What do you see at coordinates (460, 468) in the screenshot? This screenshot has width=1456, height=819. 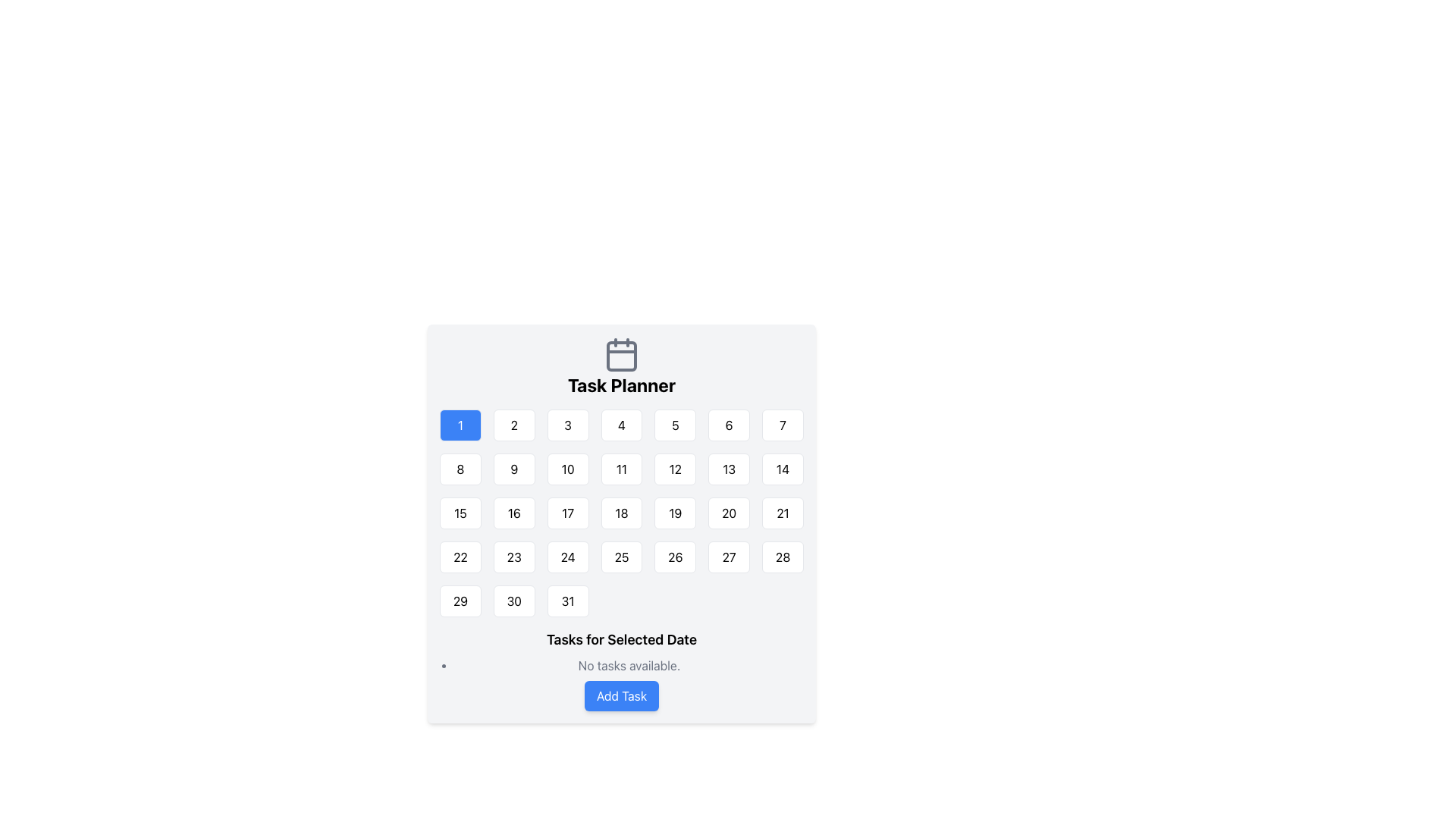 I see `the rounded square button labeled '8' located under the 'Task Planner' heading` at bounding box center [460, 468].